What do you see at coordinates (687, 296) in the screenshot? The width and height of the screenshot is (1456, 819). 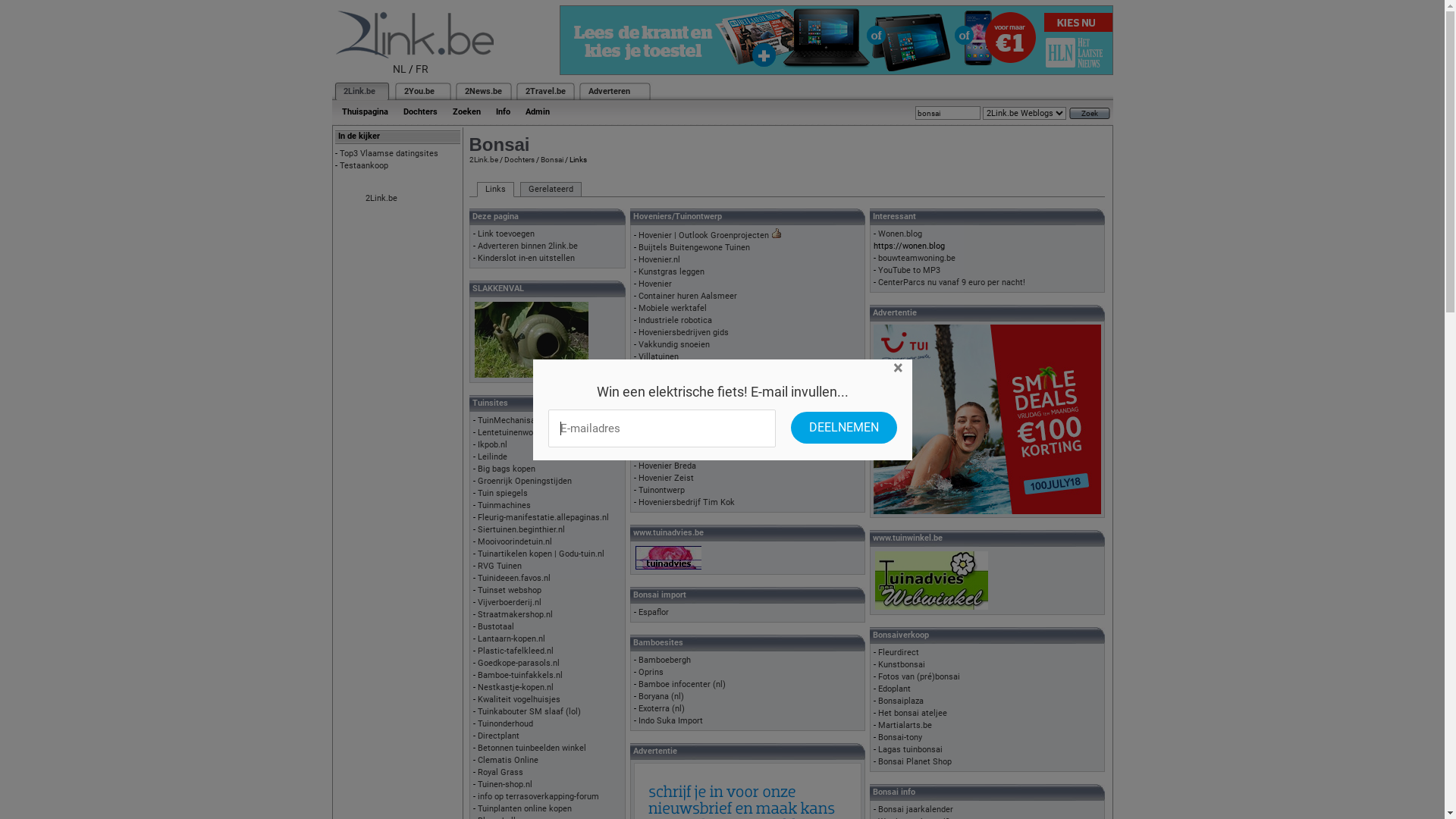 I see `'Container huren Aalsmeer'` at bounding box center [687, 296].